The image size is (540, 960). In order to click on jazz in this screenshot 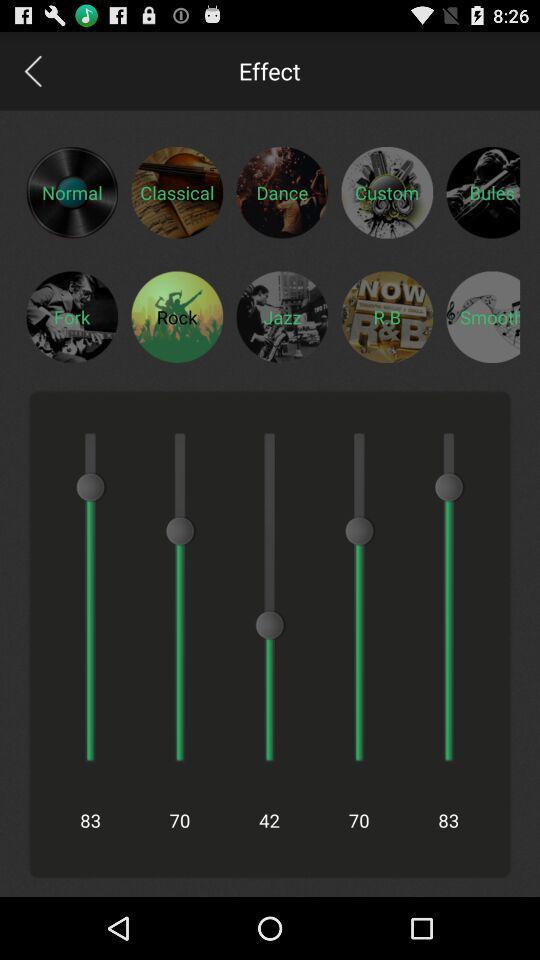, I will do `click(281, 316)`.